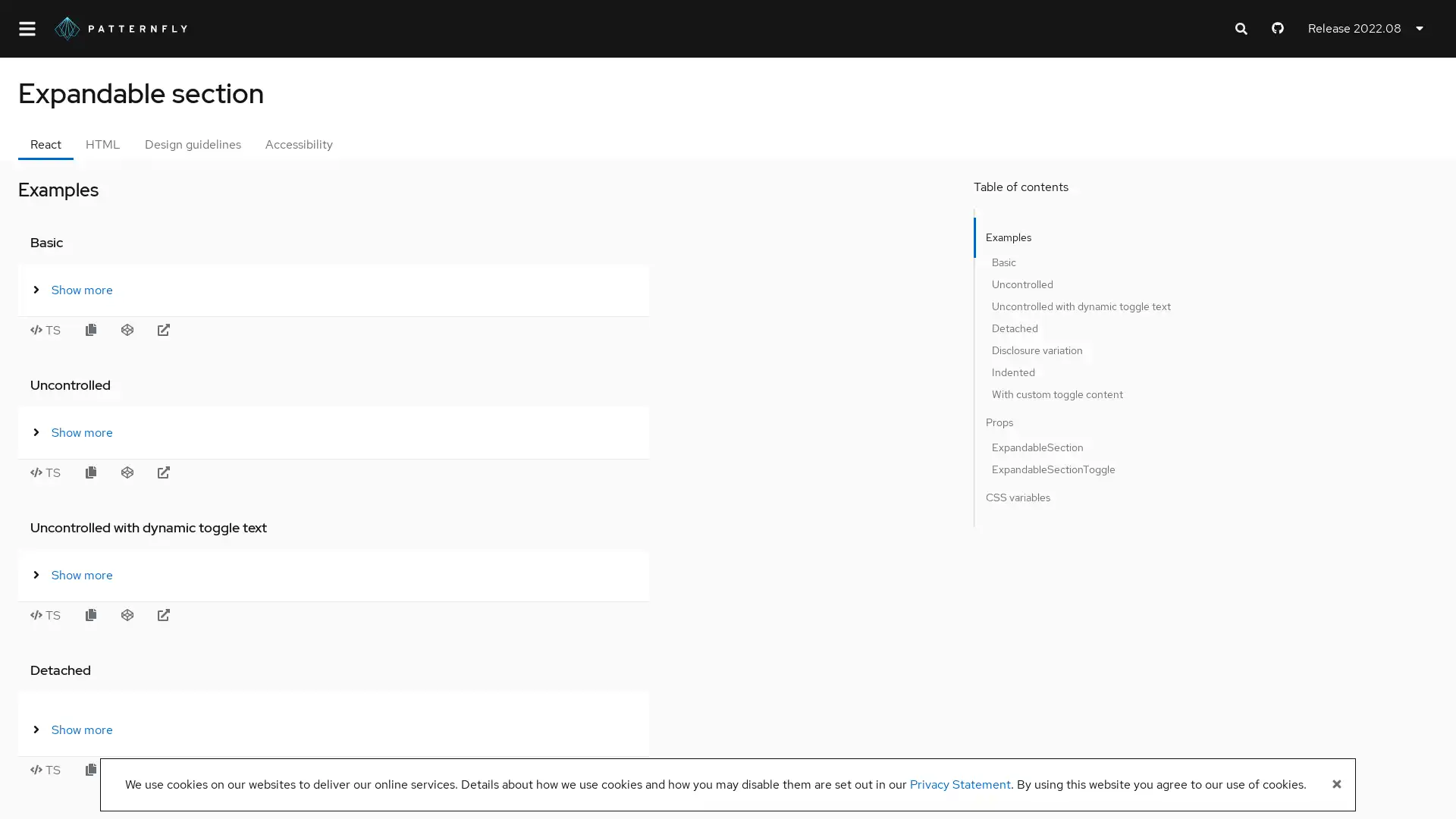 Image resolution: width=1456 pixels, height=819 pixels. Describe the element at coordinates (297, 728) in the screenshot. I see `Show more` at that location.